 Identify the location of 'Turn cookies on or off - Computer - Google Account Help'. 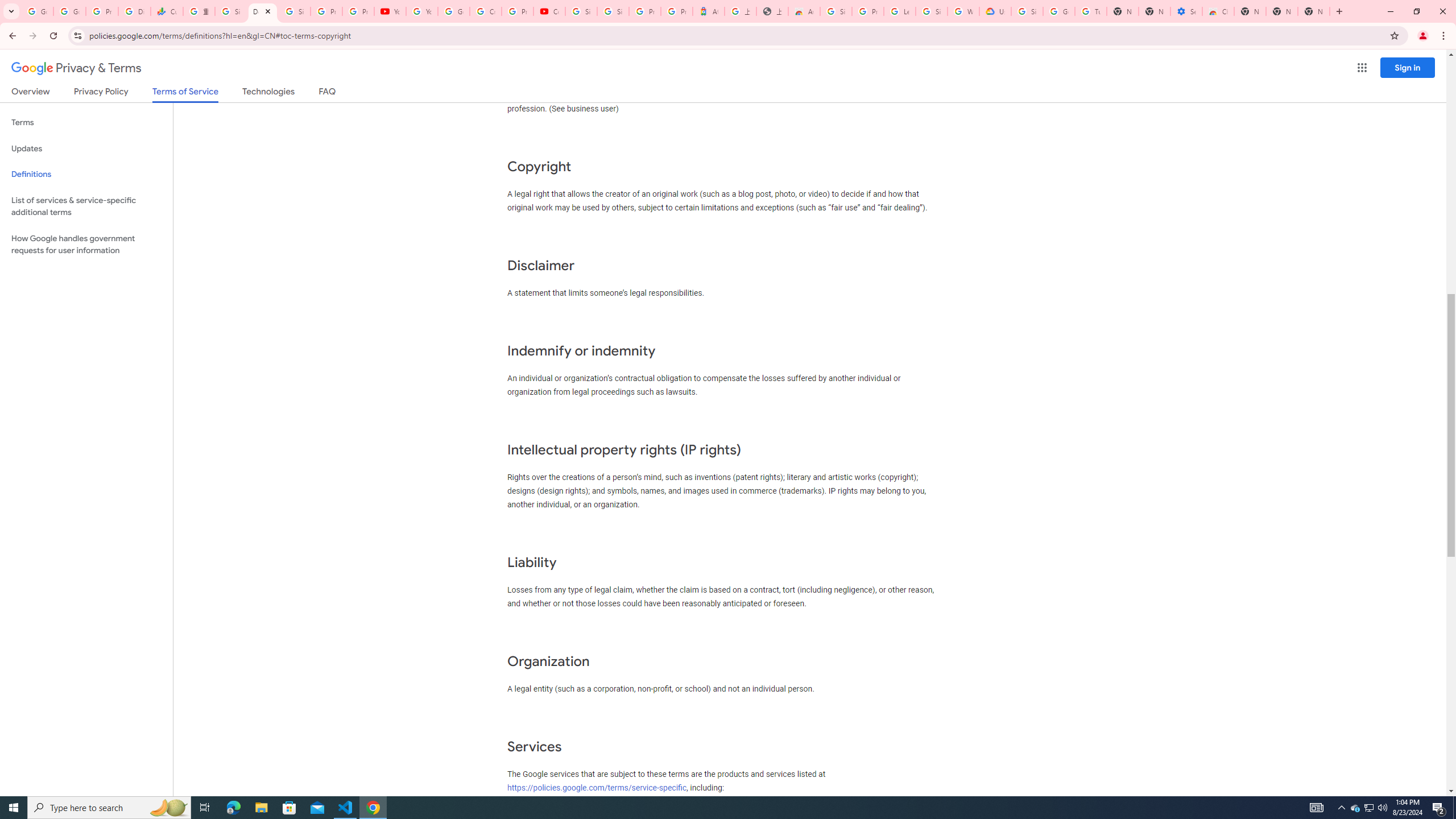
(1090, 11).